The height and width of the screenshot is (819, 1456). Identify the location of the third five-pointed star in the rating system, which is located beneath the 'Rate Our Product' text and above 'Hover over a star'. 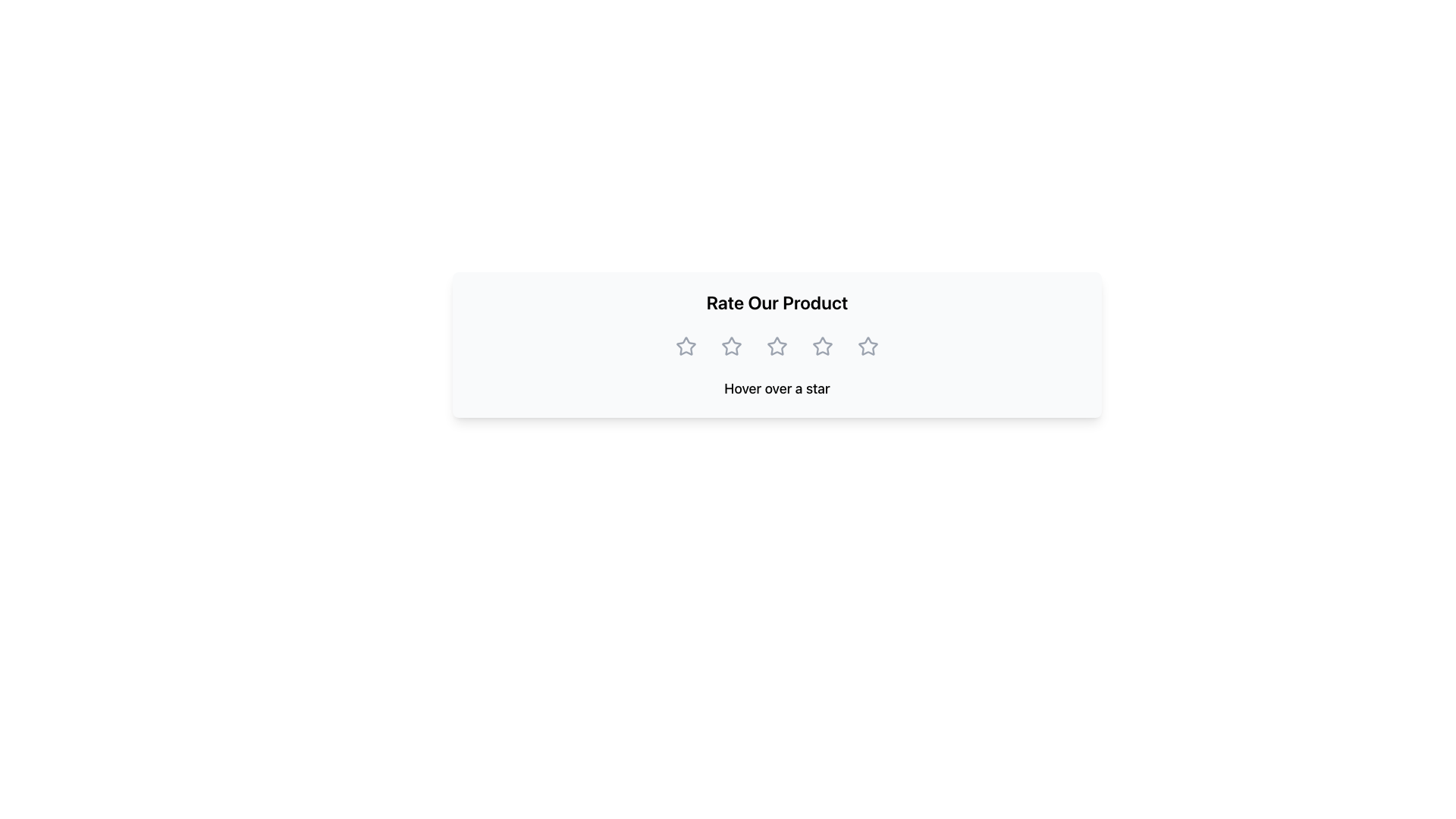
(821, 346).